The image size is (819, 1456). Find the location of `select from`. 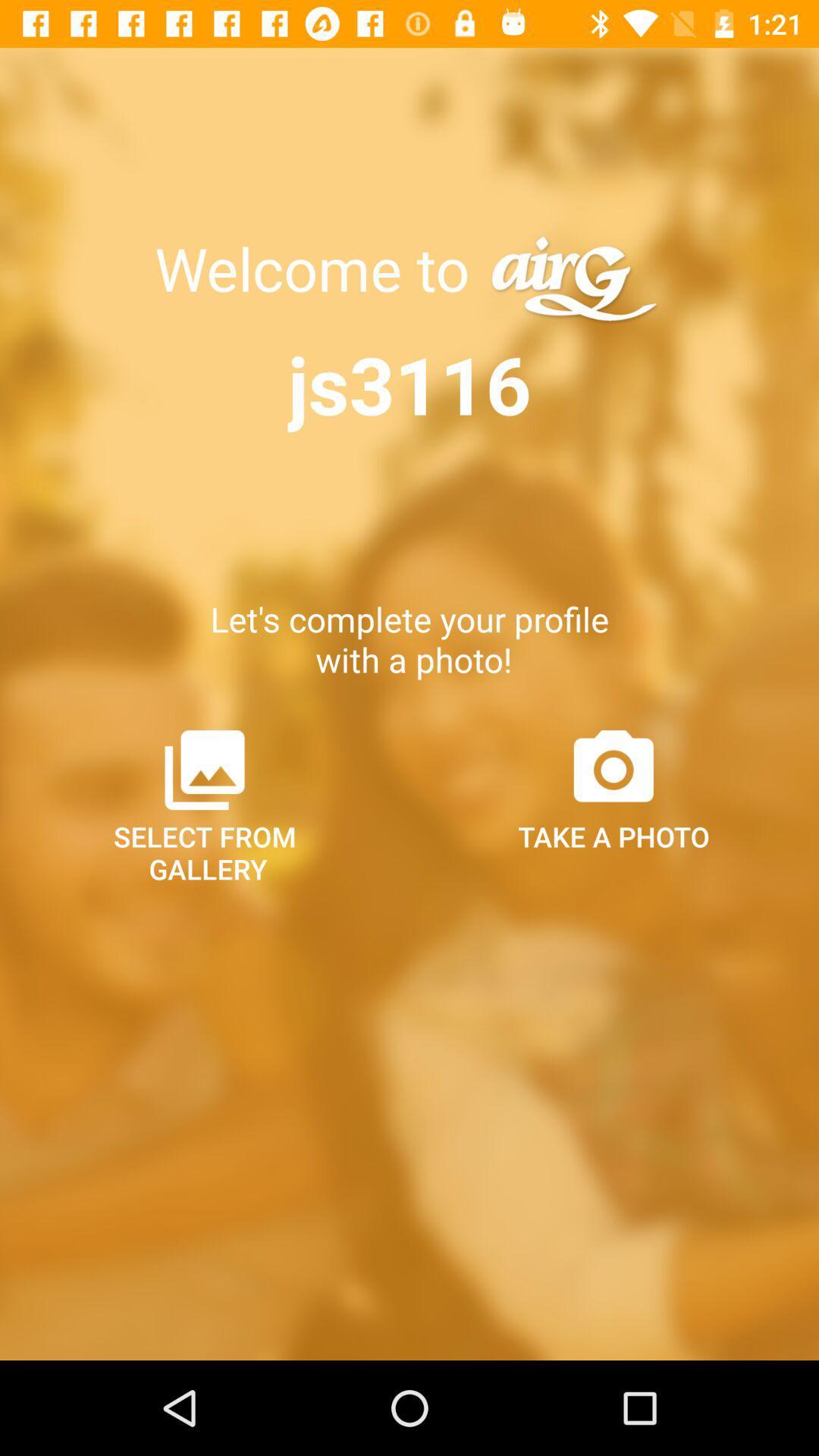

select from is located at coordinates (205, 804).